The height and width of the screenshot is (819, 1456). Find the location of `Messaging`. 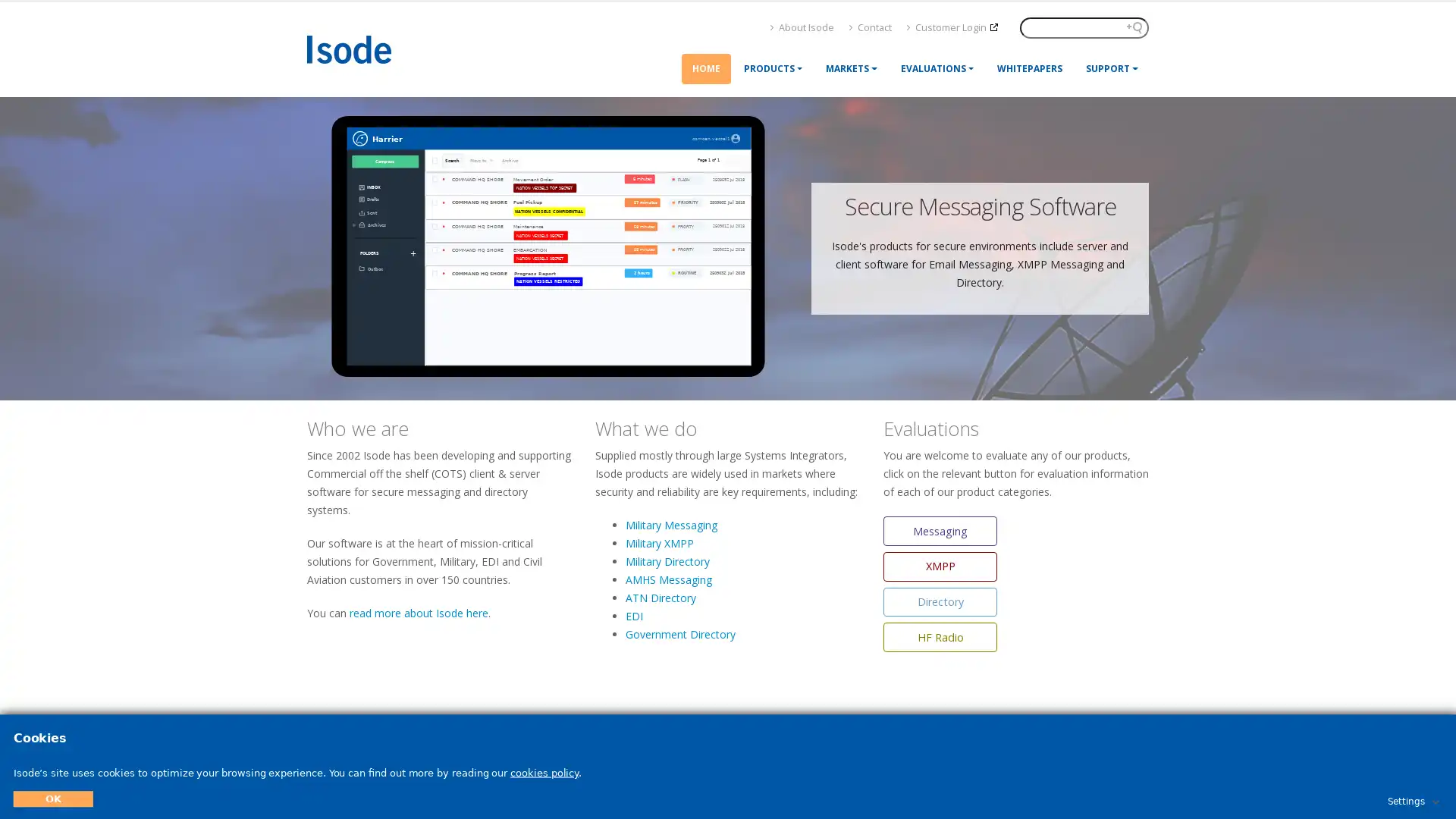

Messaging is located at coordinates (939, 529).